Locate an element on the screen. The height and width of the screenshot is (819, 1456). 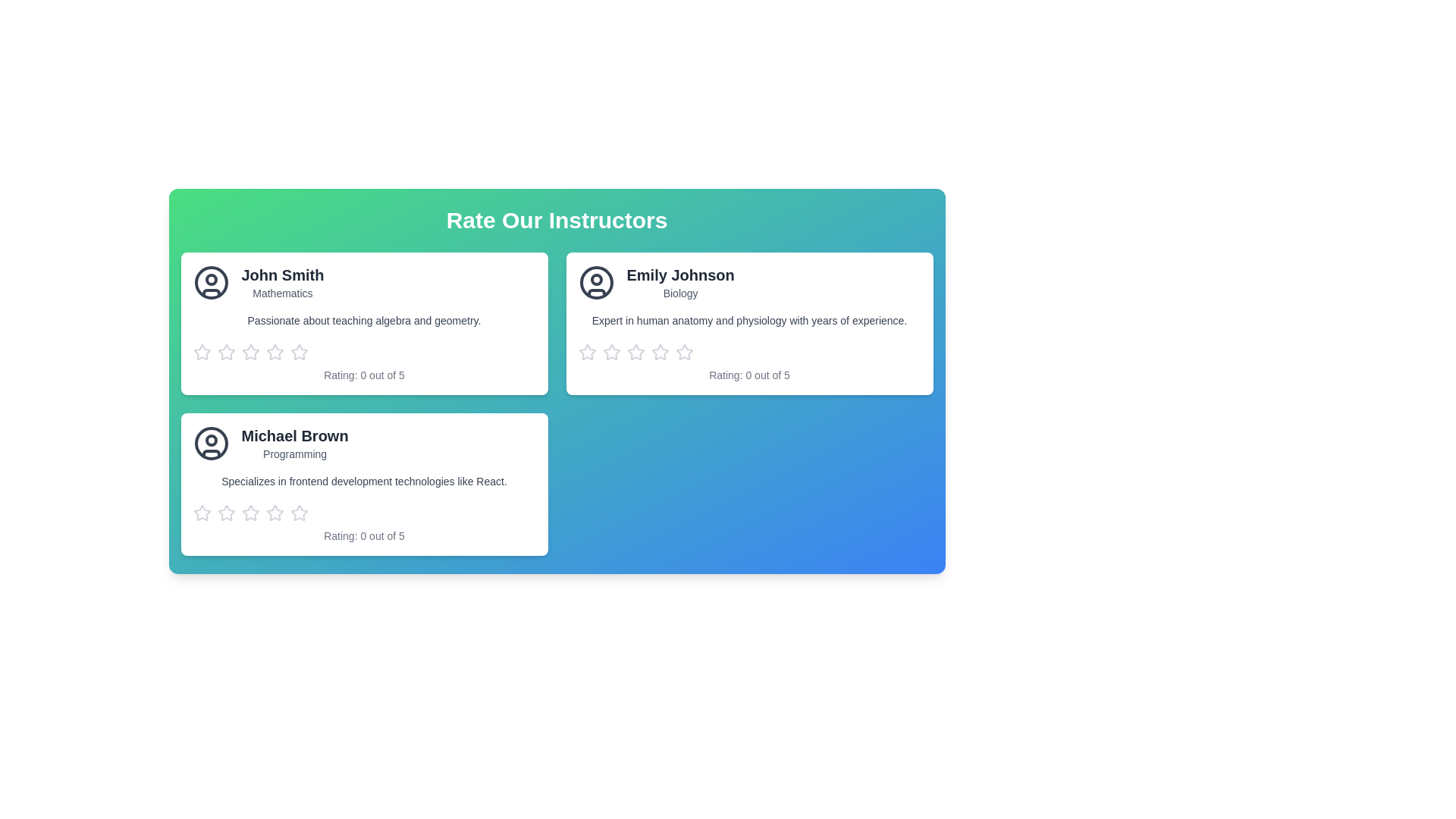
the text block displaying 'John Smith' and their subject 'Mathematics' is located at coordinates (282, 283).